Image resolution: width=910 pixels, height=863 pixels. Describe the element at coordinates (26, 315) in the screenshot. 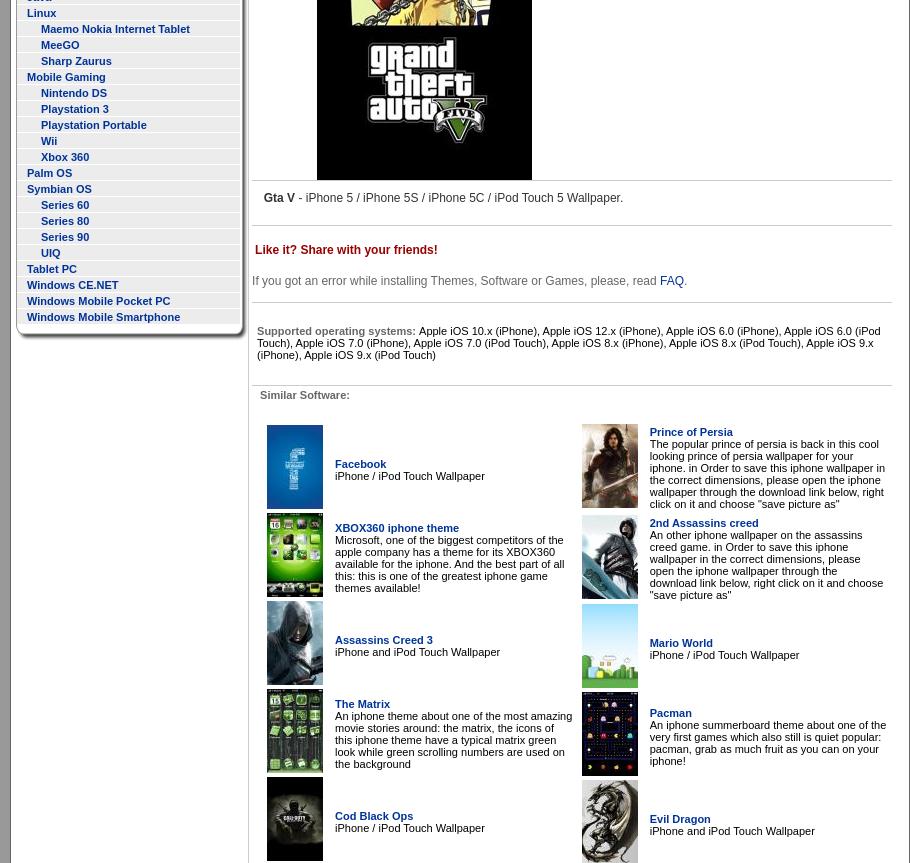

I see `'Windows Mobile Smartphone'` at that location.